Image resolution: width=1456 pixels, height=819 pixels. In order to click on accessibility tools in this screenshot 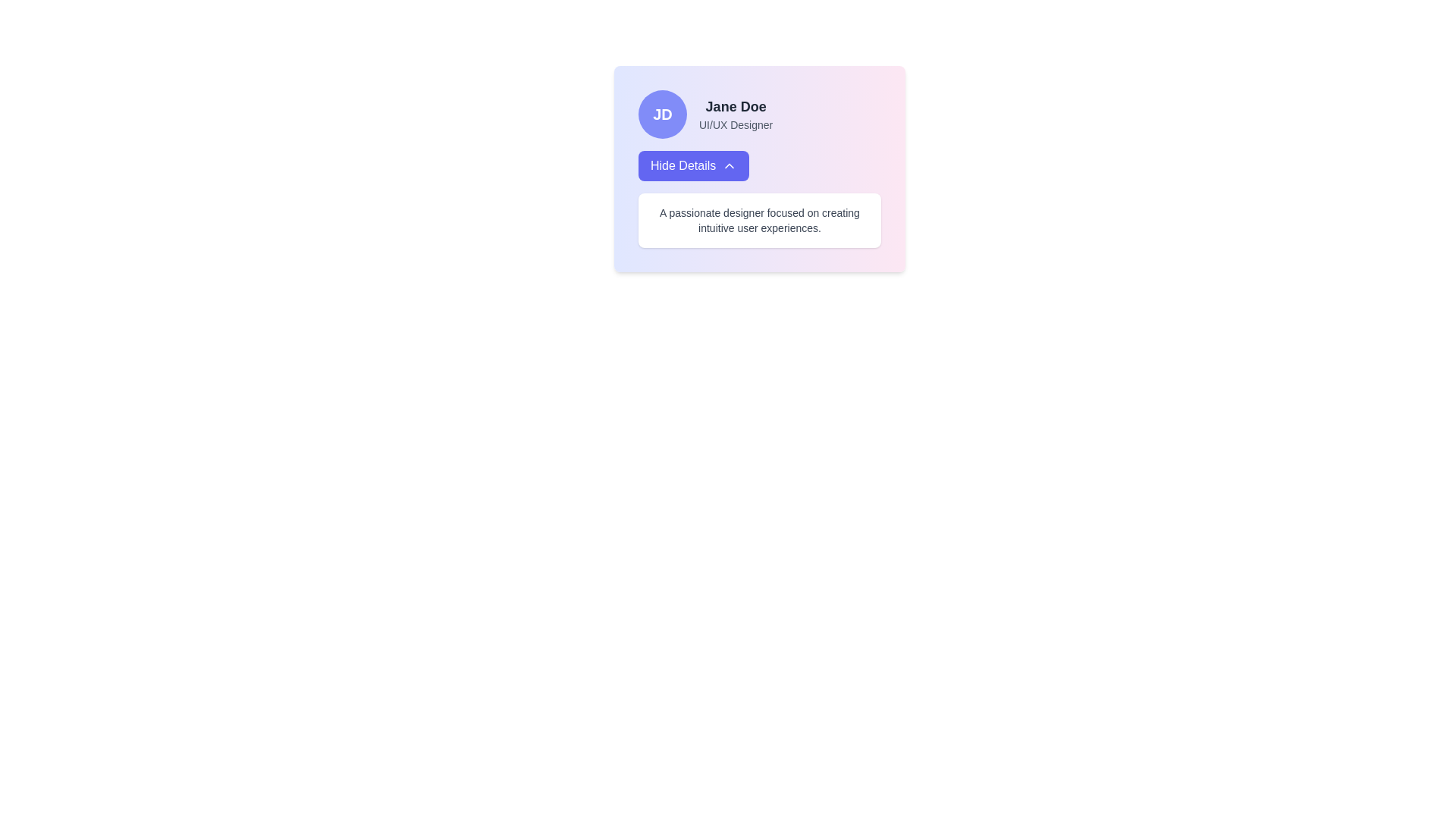, I will do `click(736, 113)`.